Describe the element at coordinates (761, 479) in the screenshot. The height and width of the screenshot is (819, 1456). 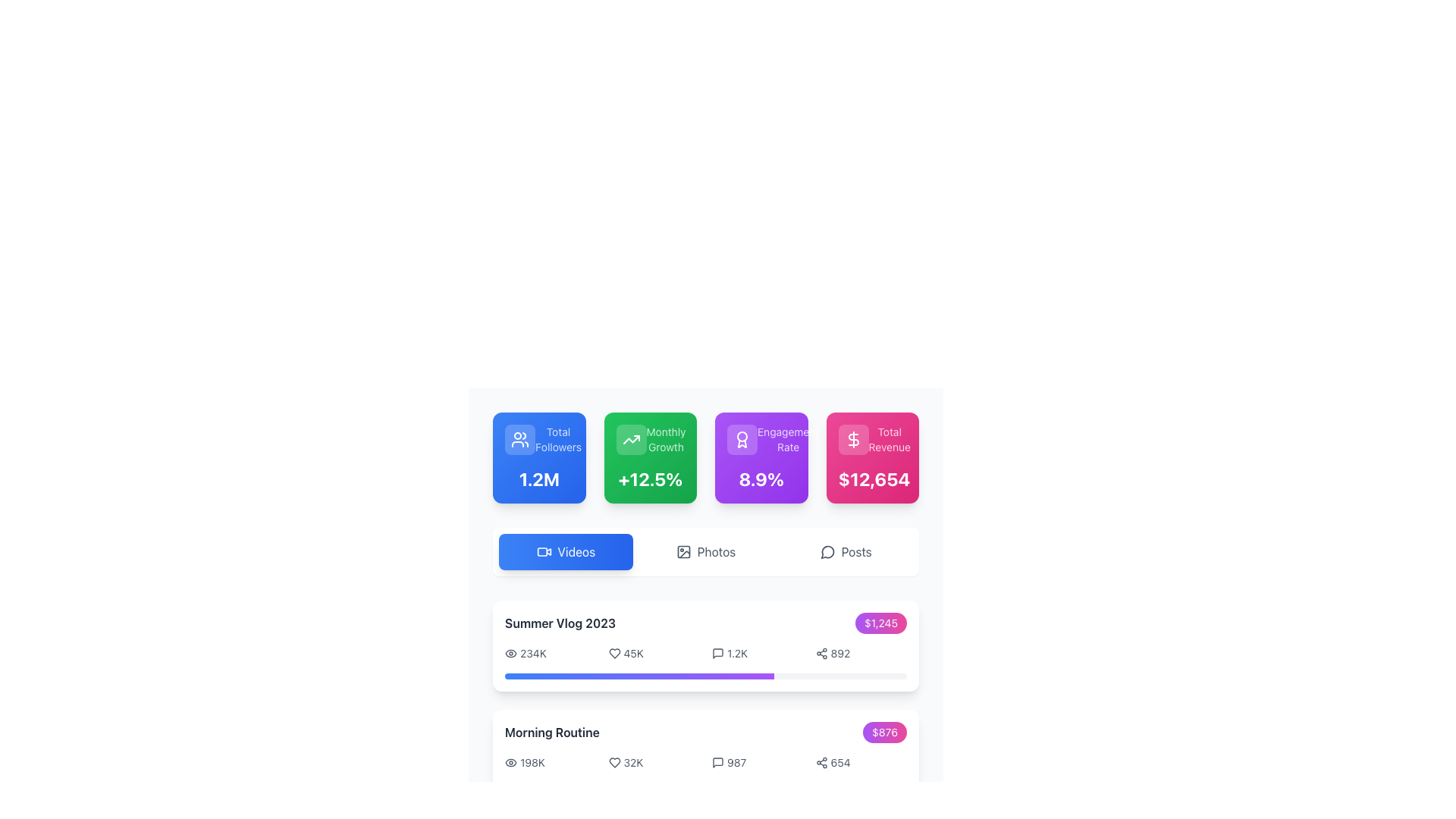
I see `the text display showing '8.9%' on the purple gradient background, which indicates the Engagement Rate metric` at that location.